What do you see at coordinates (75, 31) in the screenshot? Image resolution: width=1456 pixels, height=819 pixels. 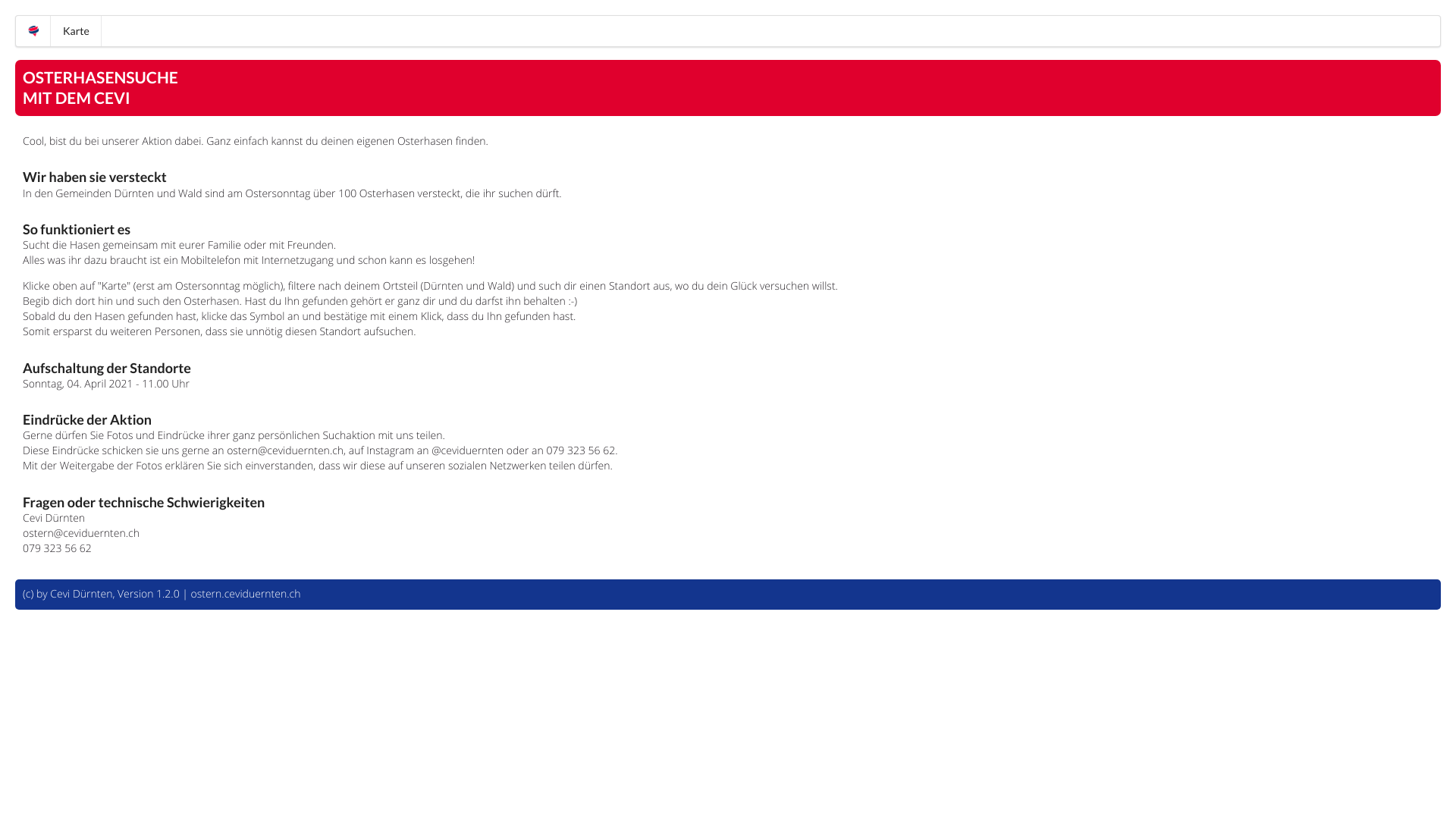 I see `'Karte'` at bounding box center [75, 31].